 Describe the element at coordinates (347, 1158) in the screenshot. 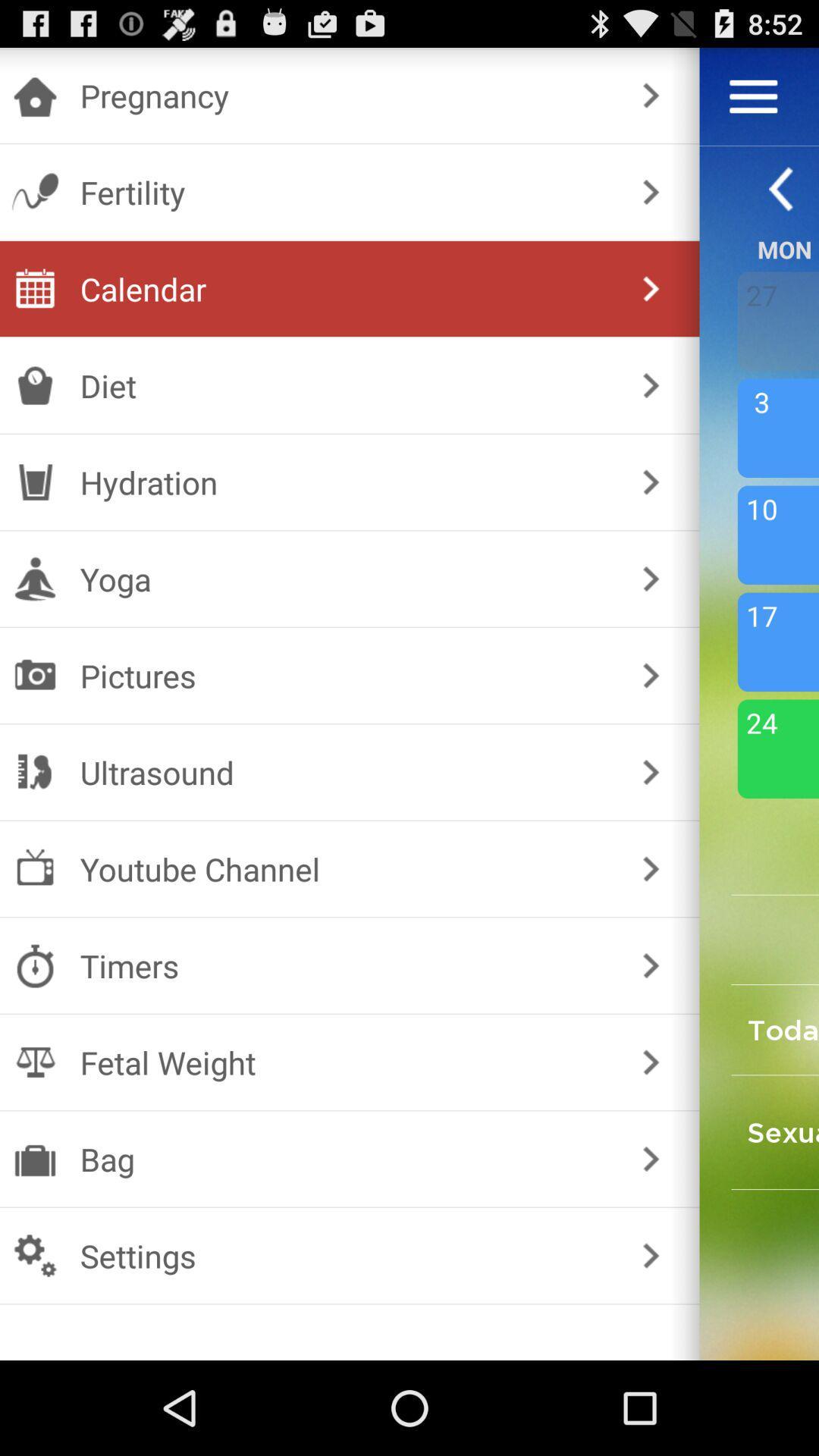

I see `bag icon` at that location.